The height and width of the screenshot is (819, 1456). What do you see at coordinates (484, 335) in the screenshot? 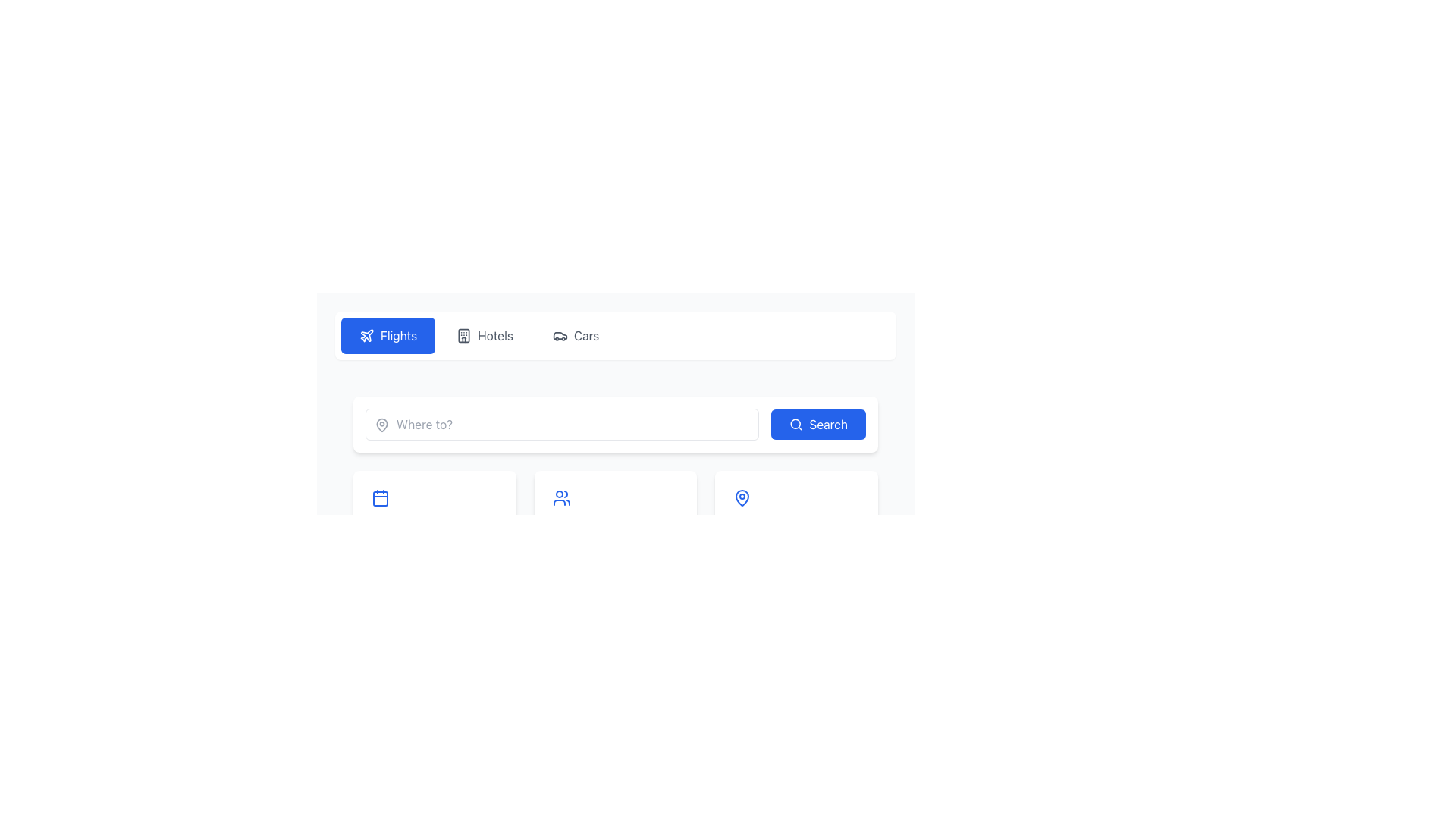
I see `the 'Hotels' button, which is the second button in a horizontal group of three options for 'Flights', 'Hotels', and 'Cars', to trigger the hover effect` at bounding box center [484, 335].